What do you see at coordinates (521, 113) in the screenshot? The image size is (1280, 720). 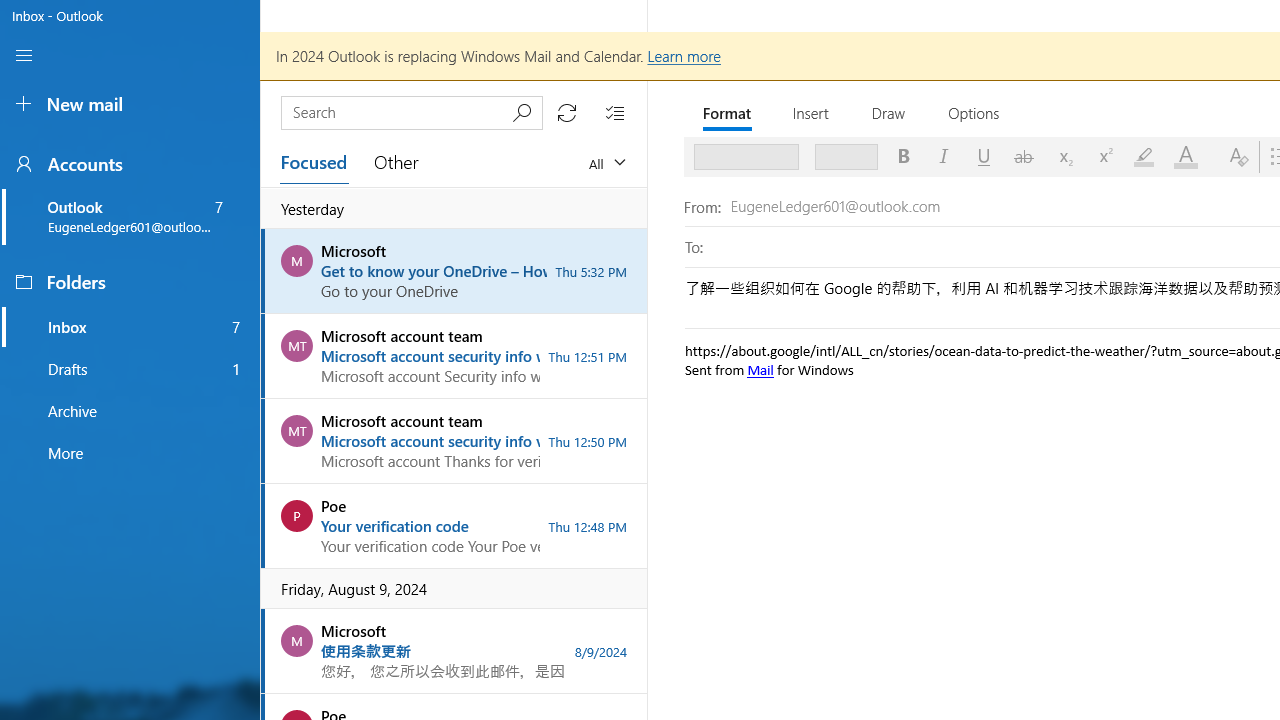 I see `'Submit search'` at bounding box center [521, 113].